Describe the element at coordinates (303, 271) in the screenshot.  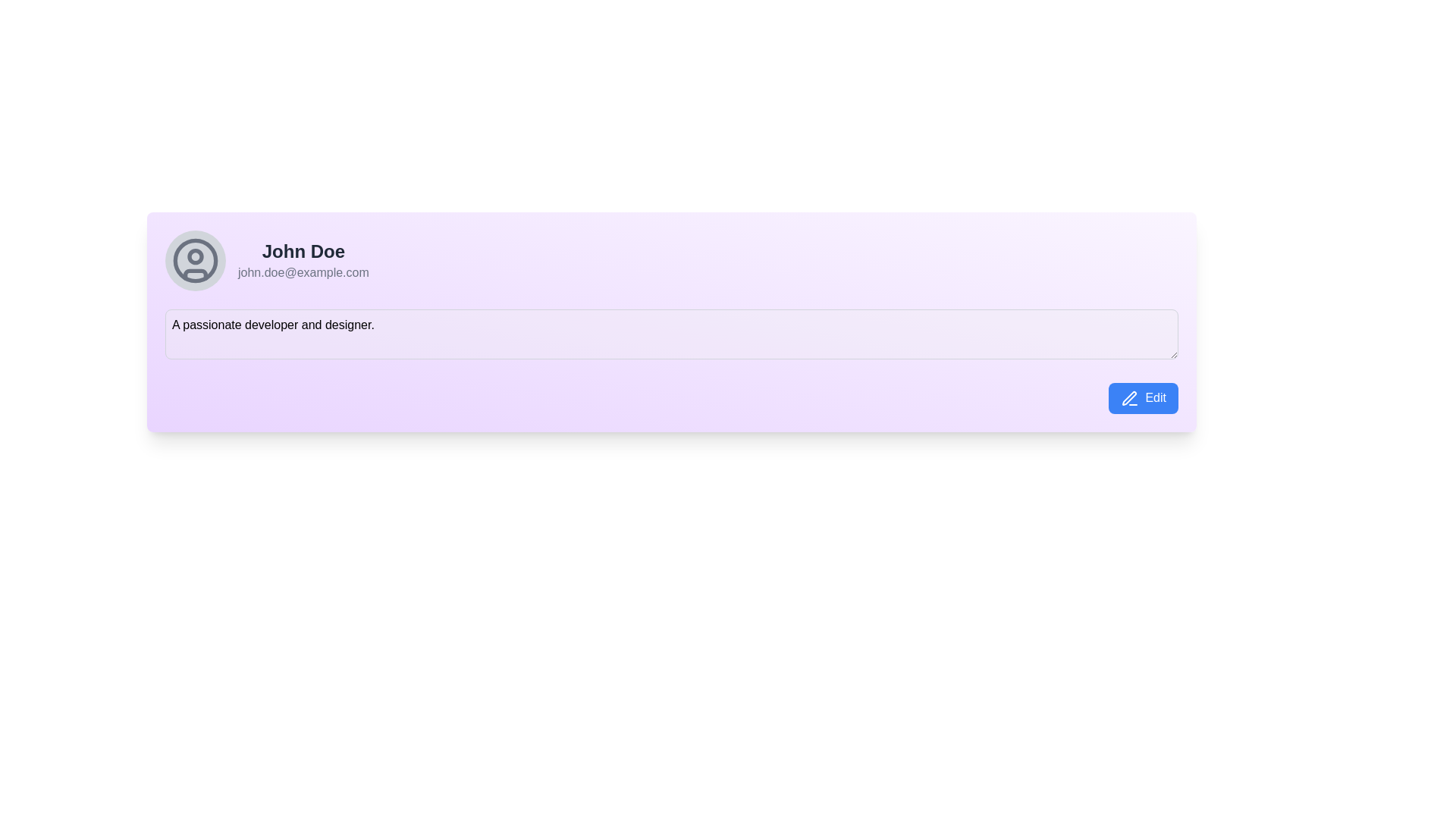
I see `the non-interactive text label displaying the user's email address, which is positioned beneath the name 'John Doe' in the profile section` at that location.